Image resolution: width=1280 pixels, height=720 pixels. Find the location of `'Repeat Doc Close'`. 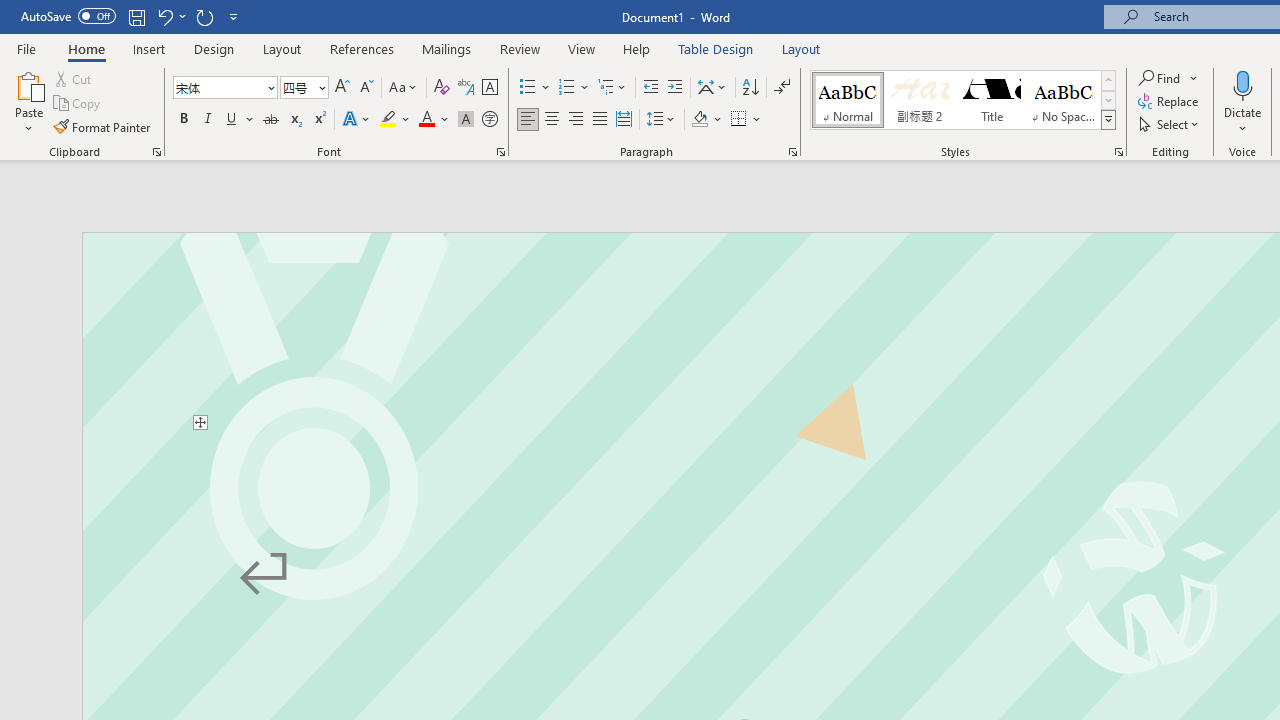

'Repeat Doc Close' is located at coordinates (204, 16).